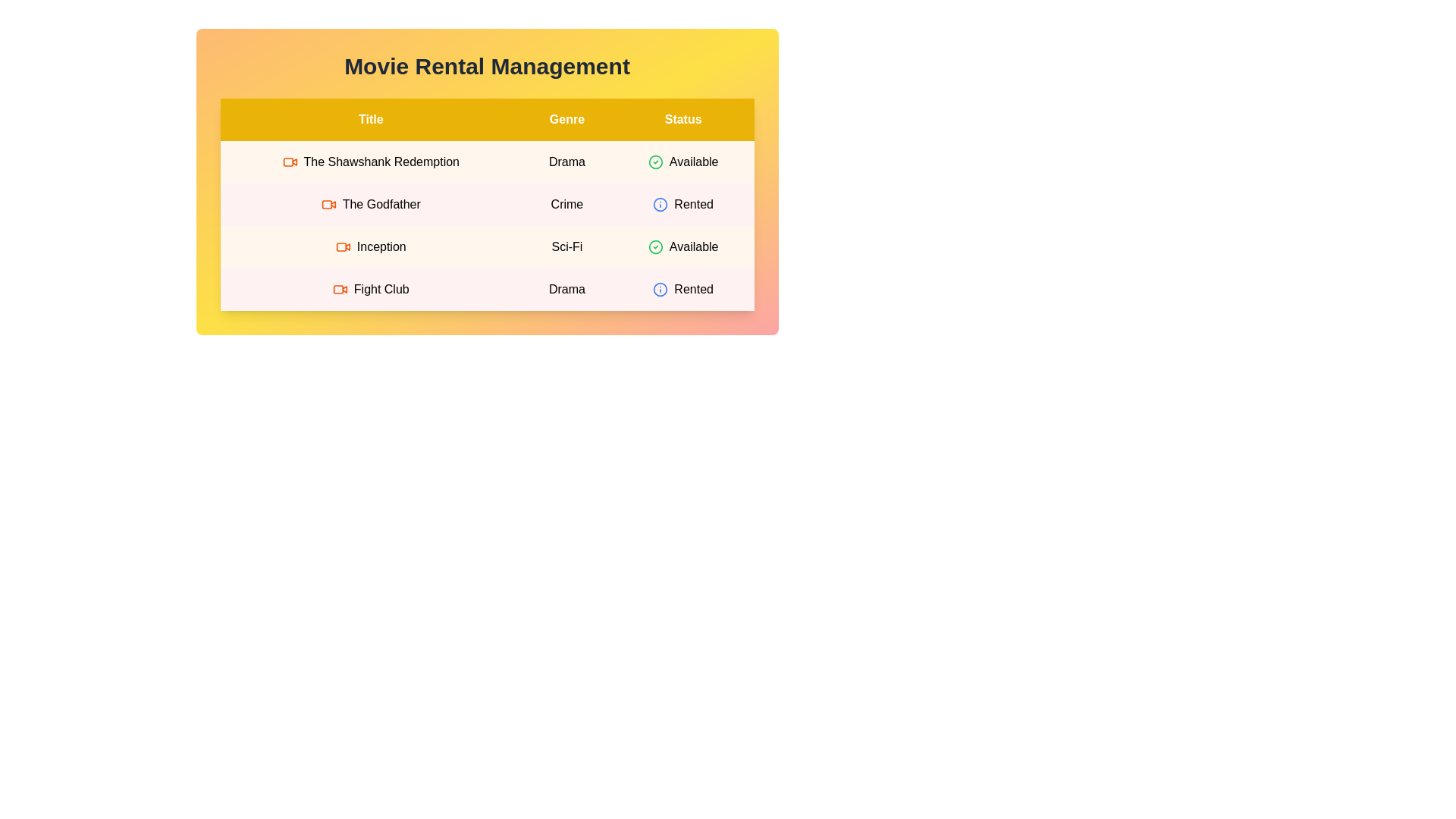 The height and width of the screenshot is (819, 1456). I want to click on the status icon for the movie 'Inception' to view its rental status details, so click(655, 246).